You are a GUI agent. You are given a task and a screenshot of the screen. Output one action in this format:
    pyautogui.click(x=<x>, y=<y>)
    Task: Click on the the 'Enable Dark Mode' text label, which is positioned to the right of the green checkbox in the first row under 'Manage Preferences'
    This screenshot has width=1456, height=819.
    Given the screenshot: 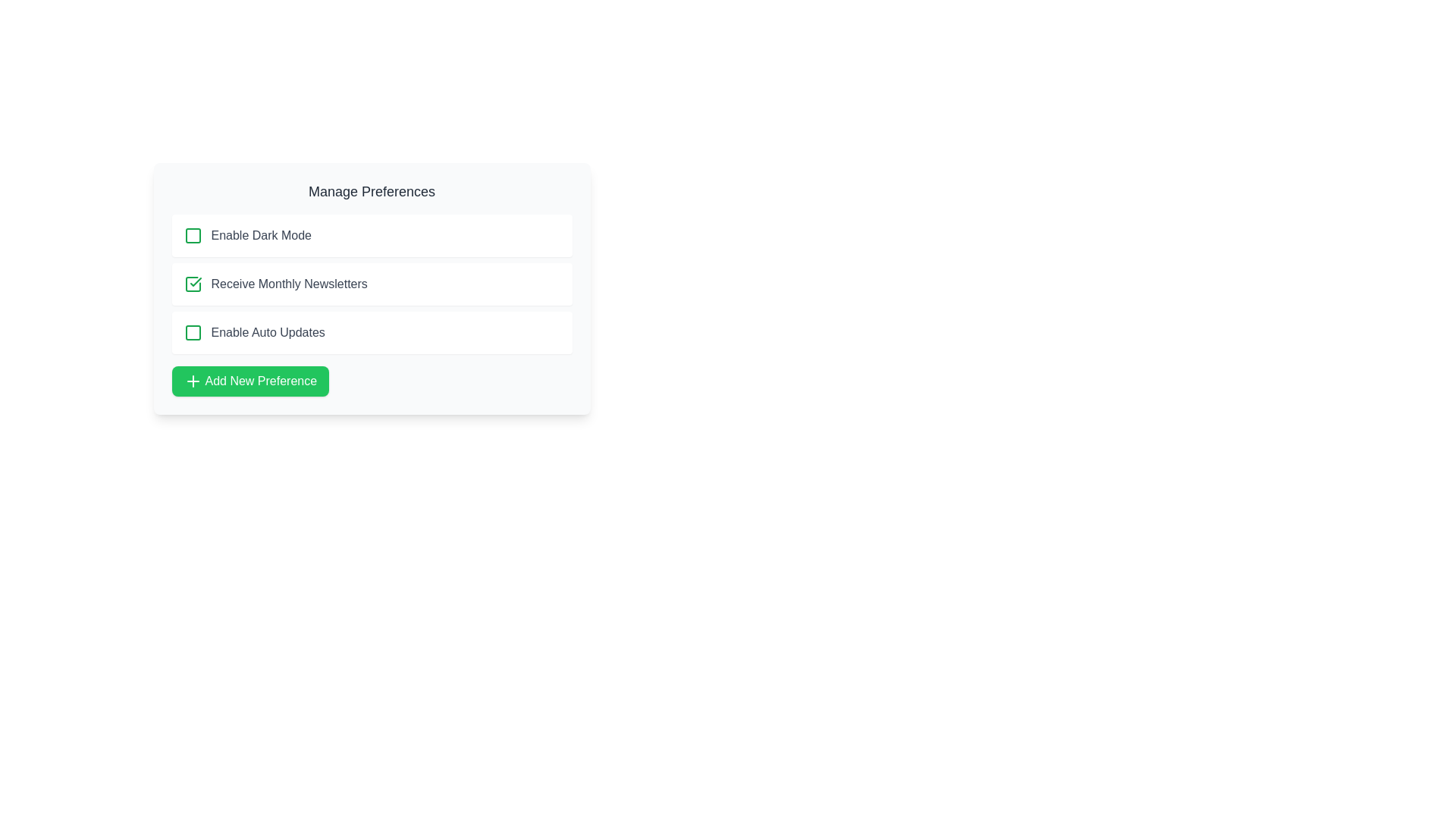 What is the action you would take?
    pyautogui.click(x=261, y=236)
    